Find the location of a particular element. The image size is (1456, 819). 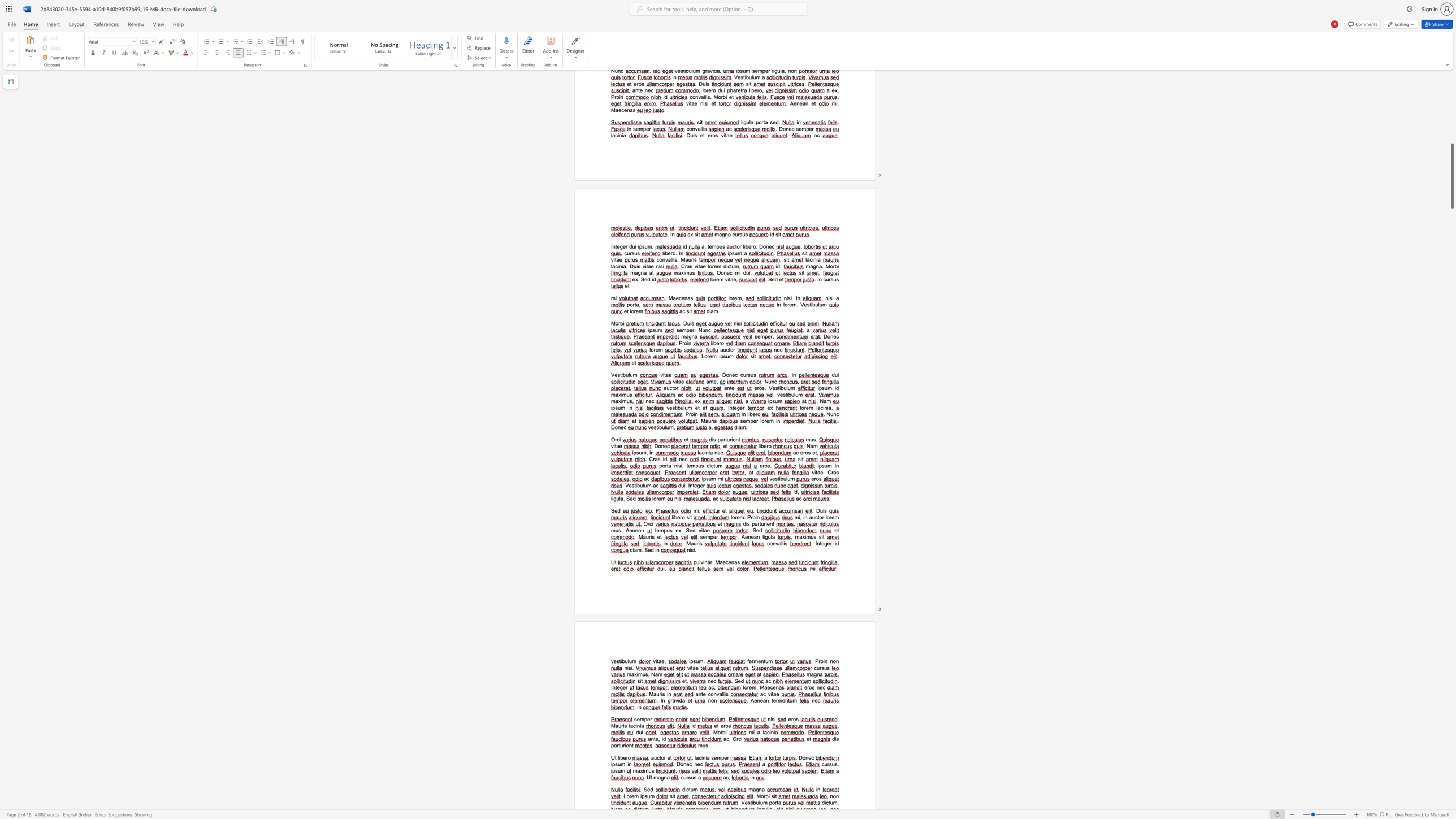

the 1th character "i" in the text is located at coordinates (754, 732).